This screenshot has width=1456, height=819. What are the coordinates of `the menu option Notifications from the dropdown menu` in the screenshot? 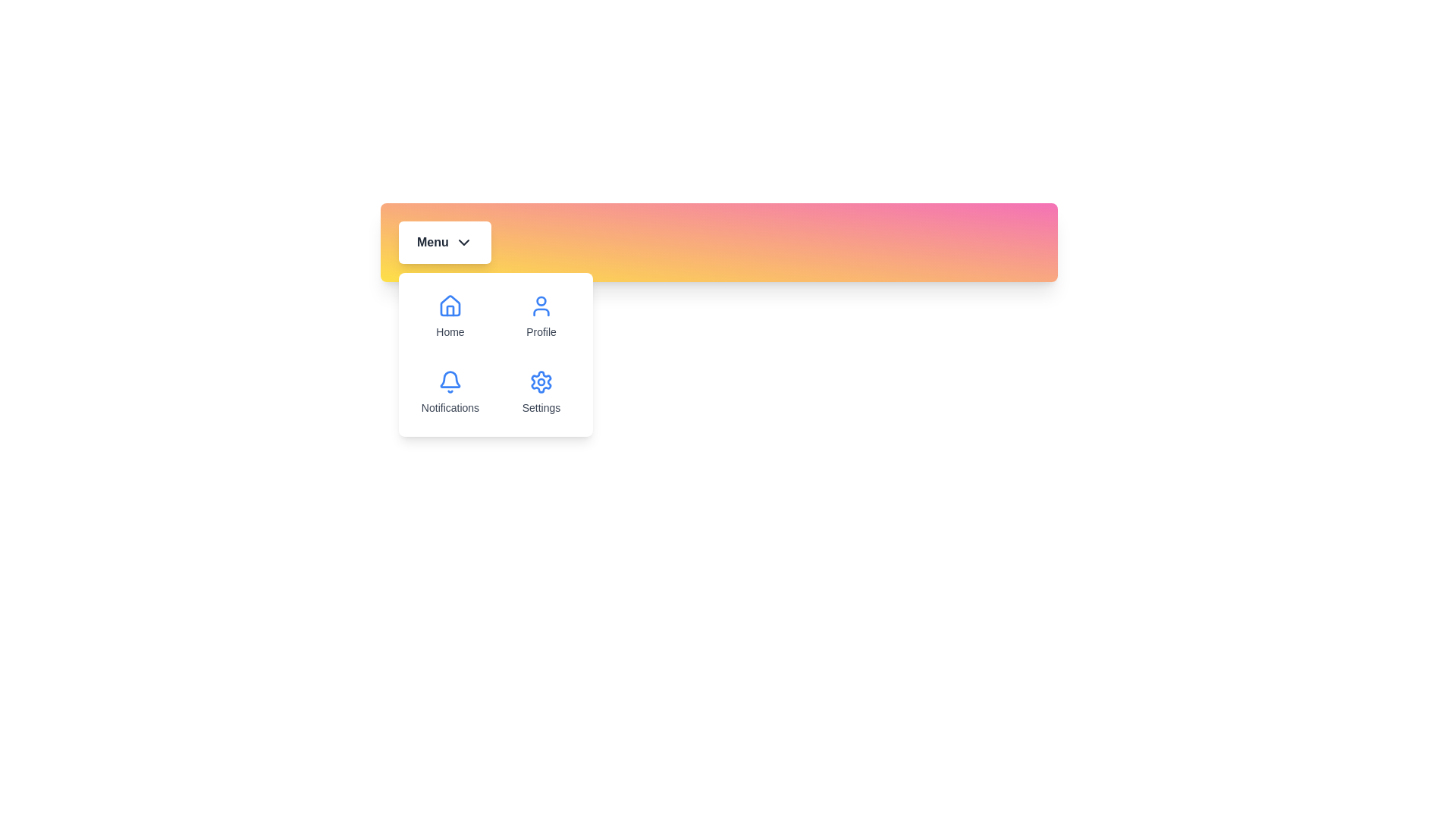 It's located at (450, 391).